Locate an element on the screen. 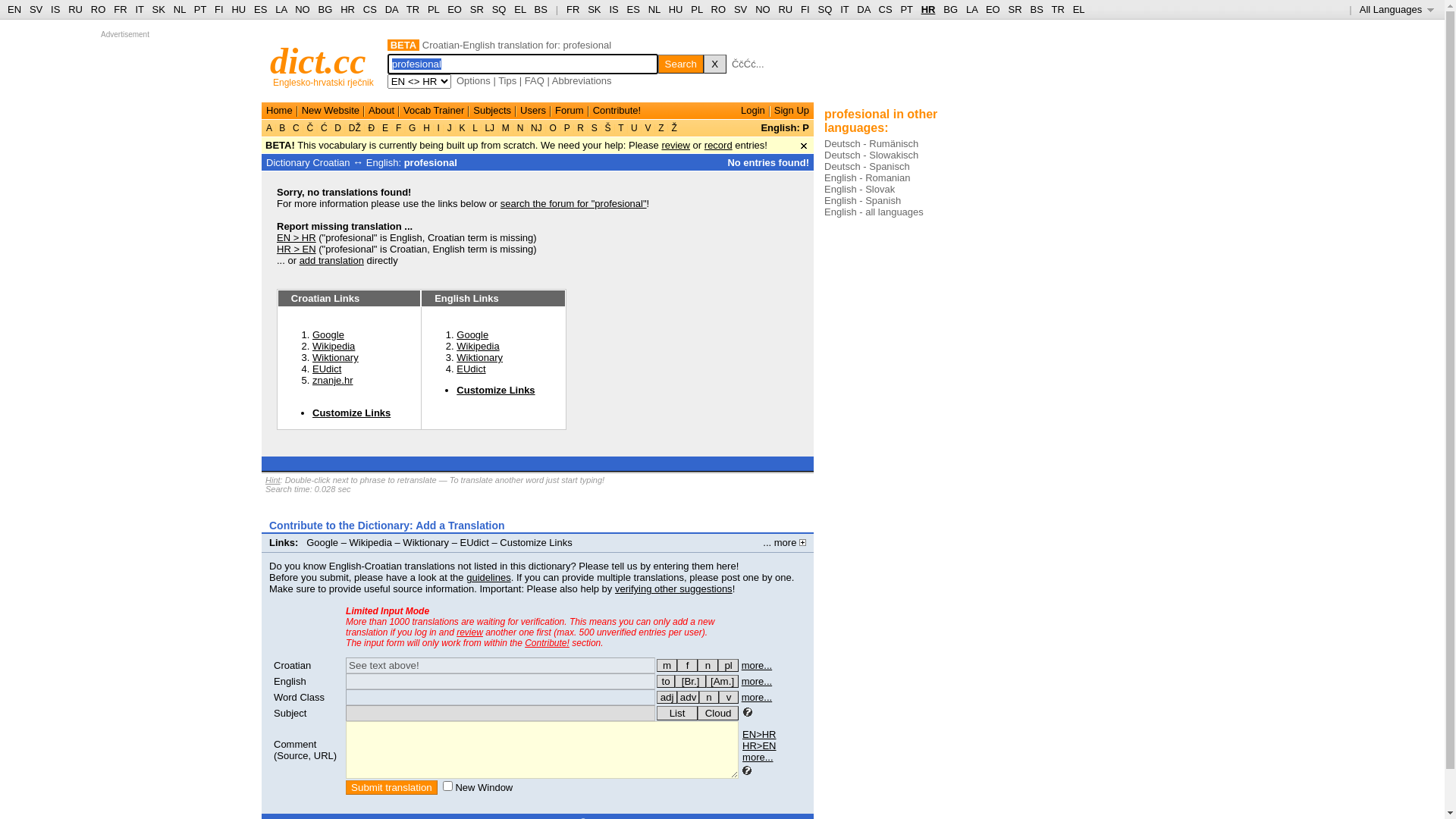 The width and height of the screenshot is (1456, 819). 'LJ' is located at coordinates (489, 127).